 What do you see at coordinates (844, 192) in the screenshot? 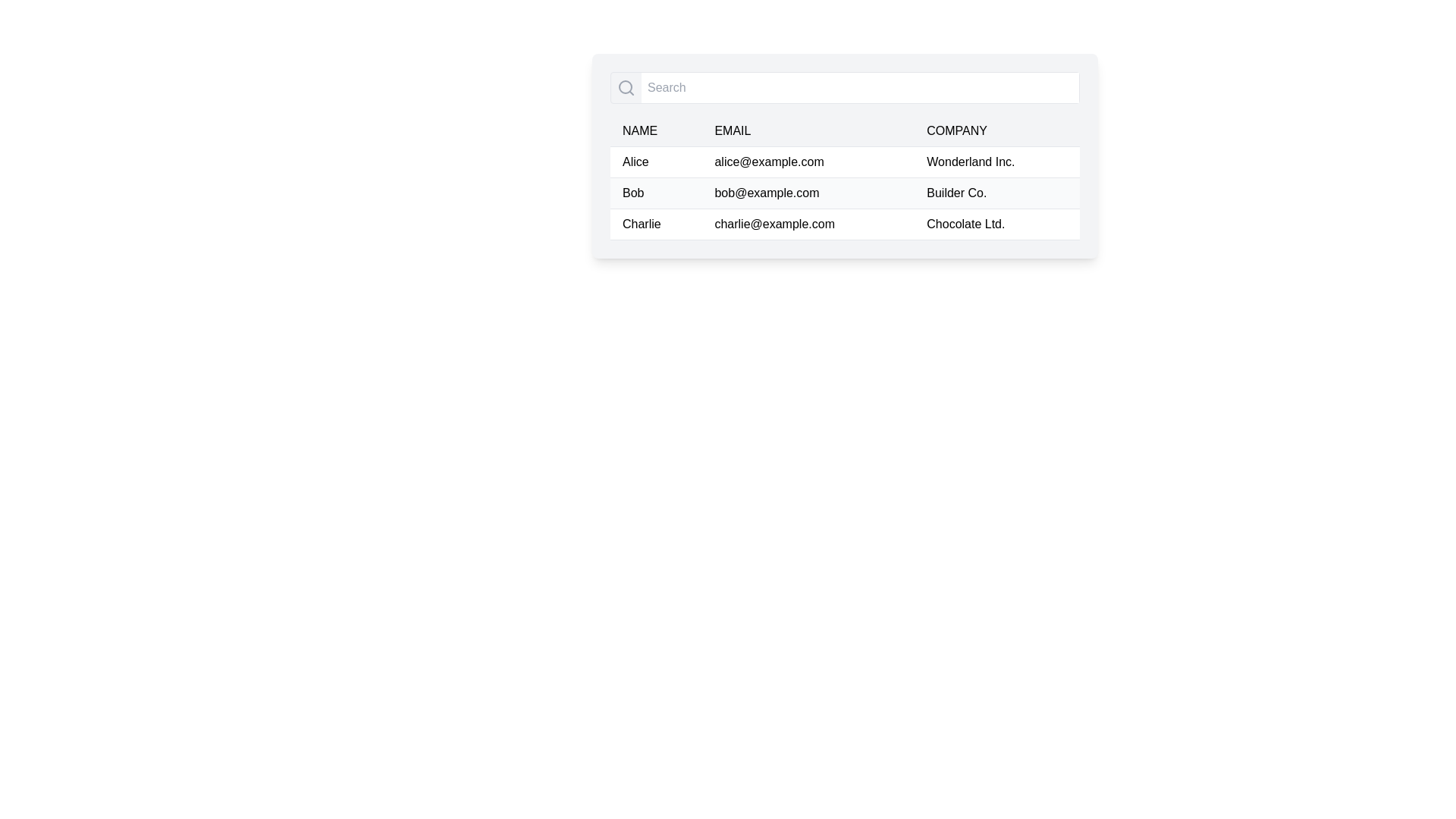
I see `the second row containing user profile details for 'Bob', which includes his name, email, and company` at bounding box center [844, 192].